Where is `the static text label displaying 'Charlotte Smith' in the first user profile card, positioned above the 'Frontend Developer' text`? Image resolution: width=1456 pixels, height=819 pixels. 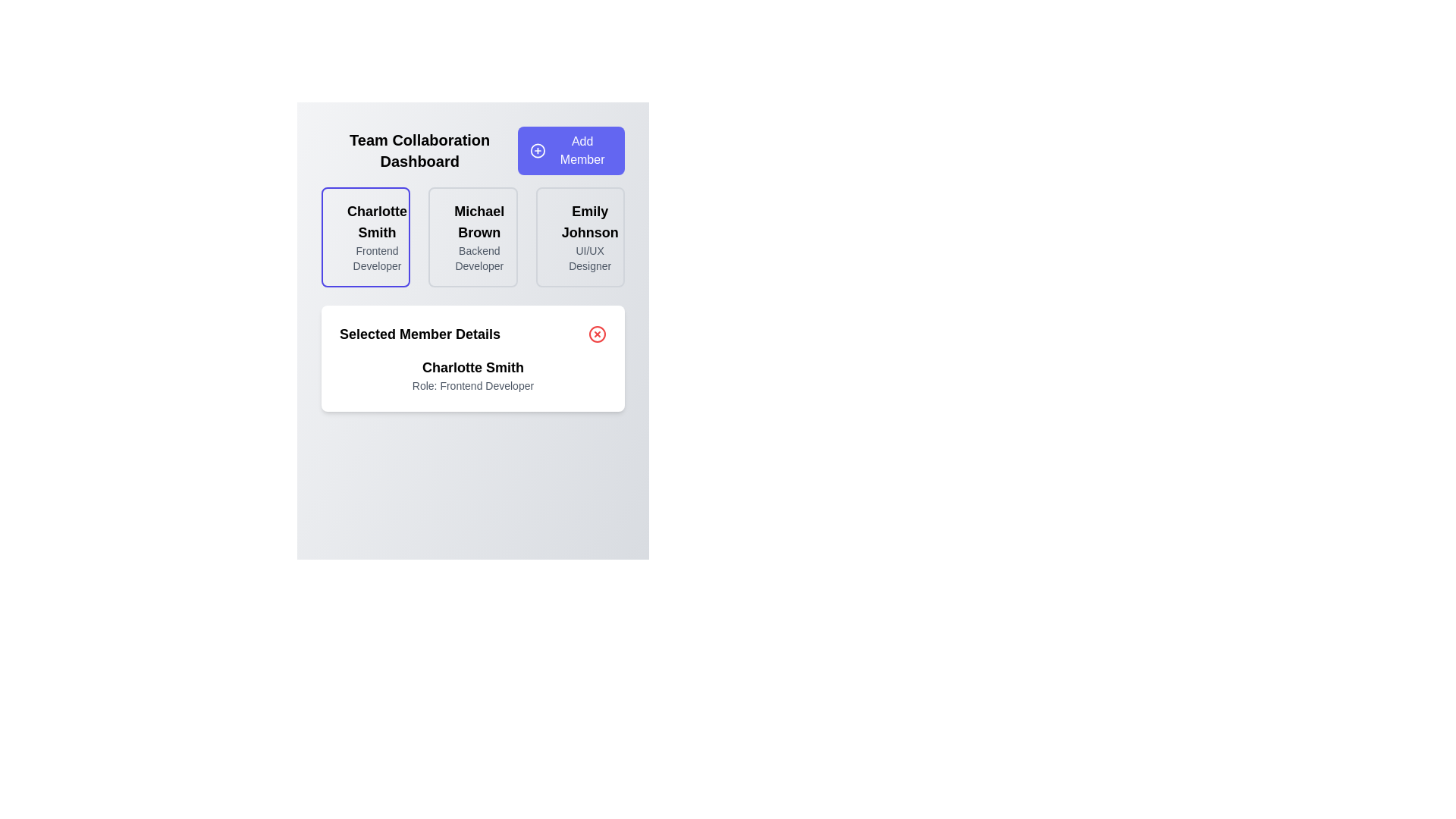 the static text label displaying 'Charlotte Smith' in the first user profile card, positioned above the 'Frontend Developer' text is located at coordinates (377, 222).